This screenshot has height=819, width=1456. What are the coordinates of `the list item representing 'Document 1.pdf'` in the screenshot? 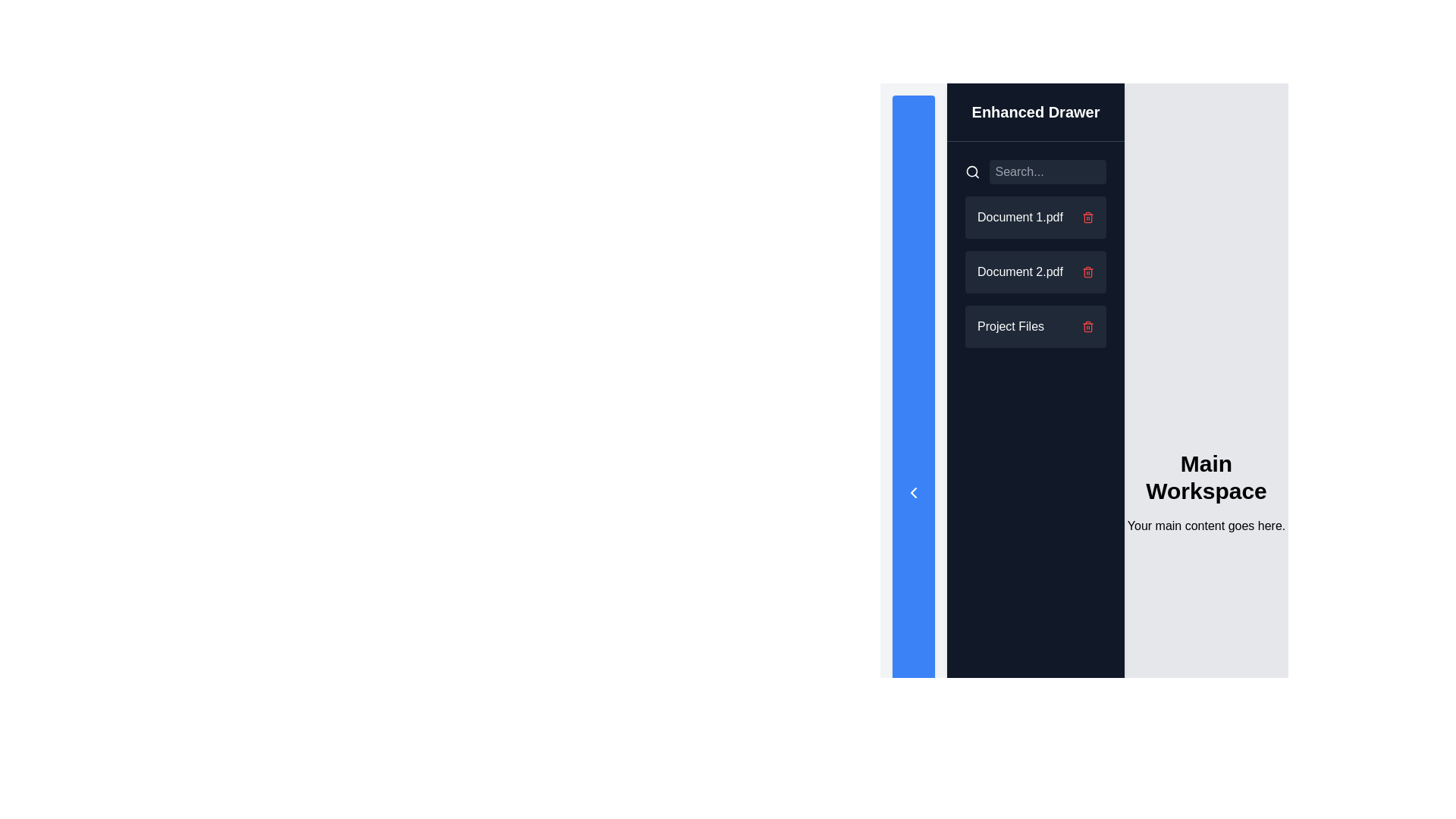 It's located at (1035, 217).